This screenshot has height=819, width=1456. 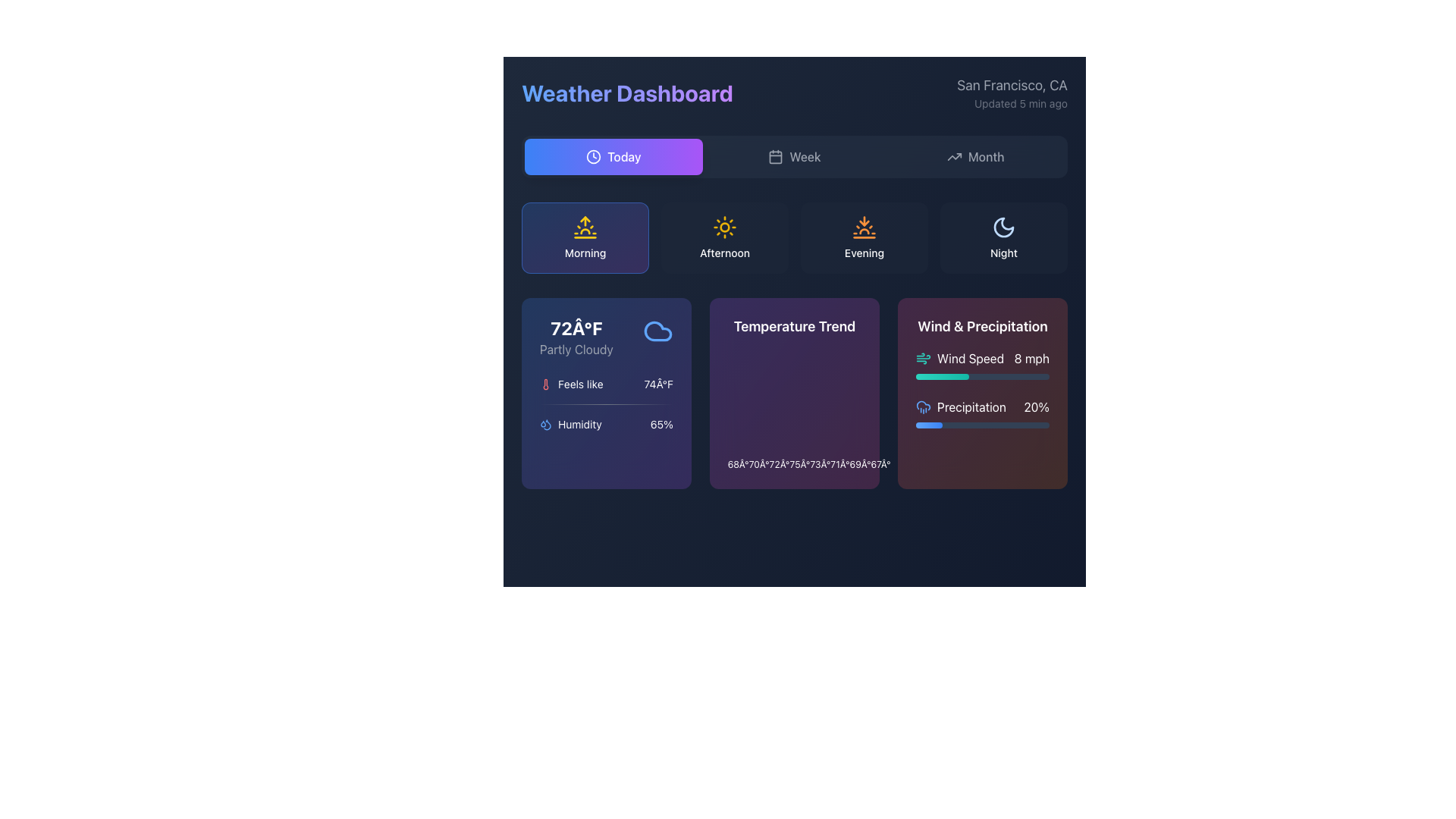 What do you see at coordinates (579, 424) in the screenshot?
I see `the 'Humidity' text label located in the bottom-left section of the weather information card, following the droplets icon` at bounding box center [579, 424].